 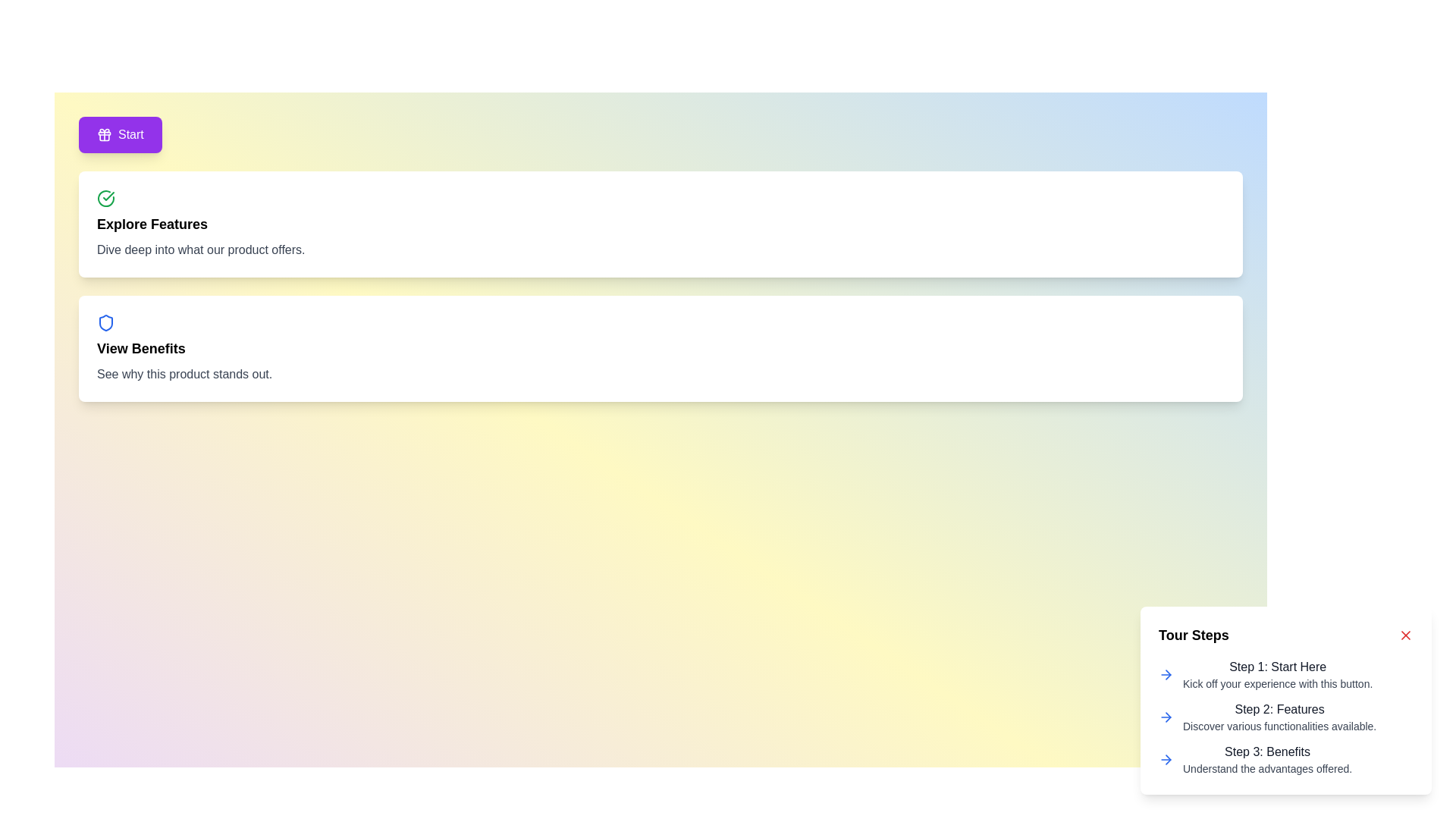 I want to click on text content of the Text Label that indicates the first step in the guided process, located in the 'Tour Steps' section at the bottom-right of the interface, so click(x=1277, y=666).